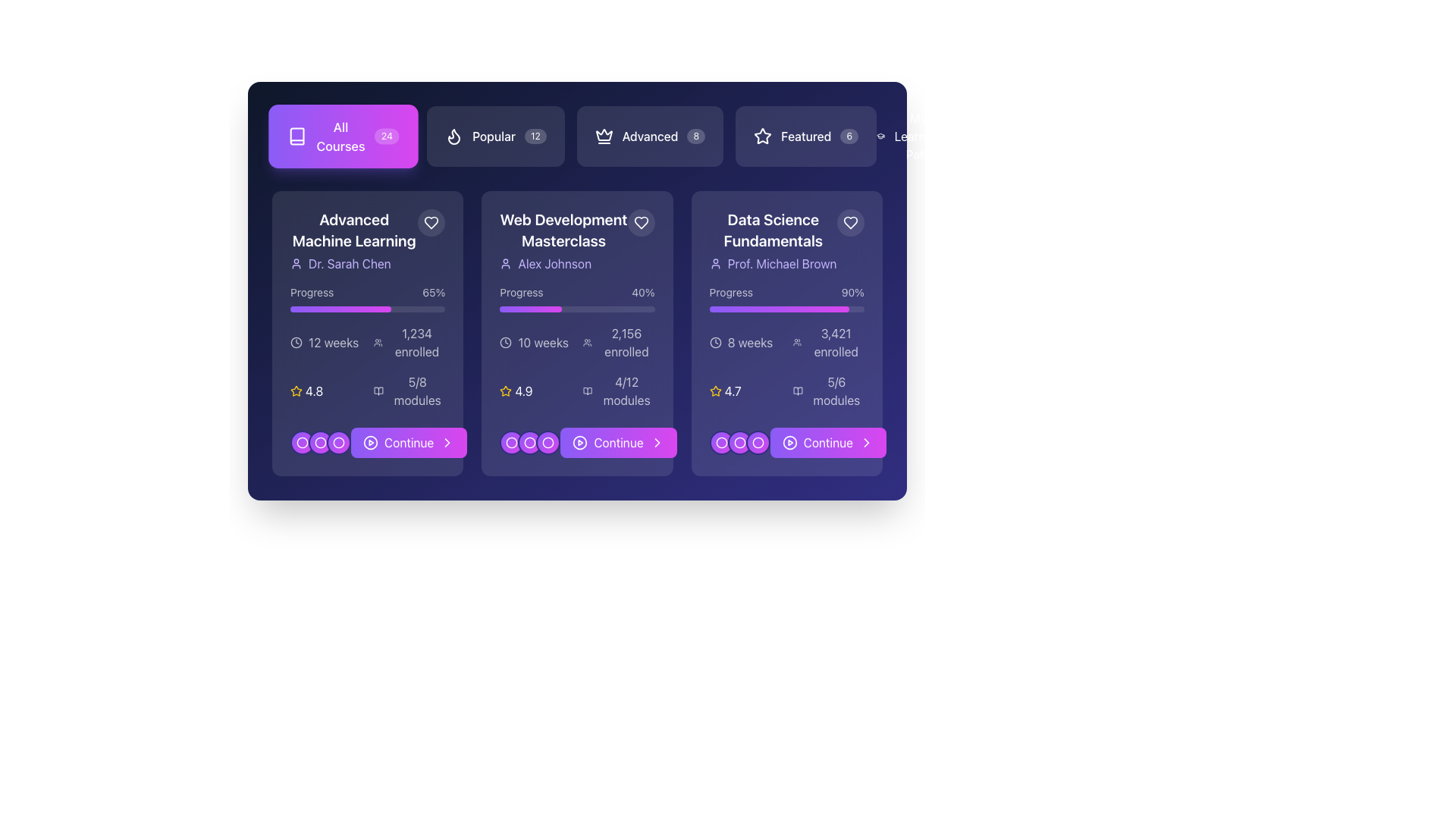 The image size is (1456, 819). What do you see at coordinates (409, 391) in the screenshot?
I see `the progress indicator displaying '5/8 modules' with a book icon, located in the lower-right section of the first course card` at bounding box center [409, 391].